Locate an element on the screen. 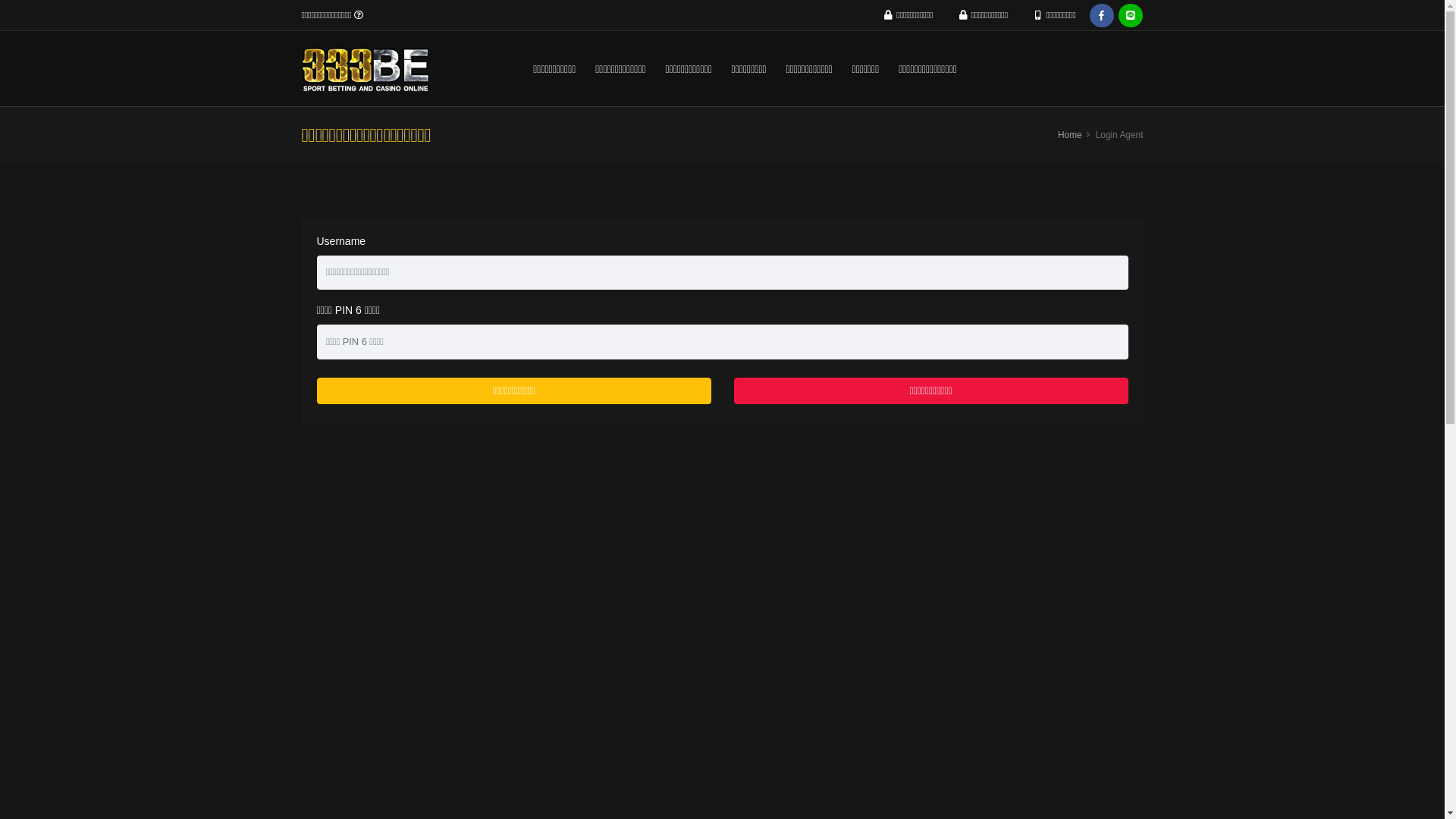  'Line' is located at coordinates (1131, 15).